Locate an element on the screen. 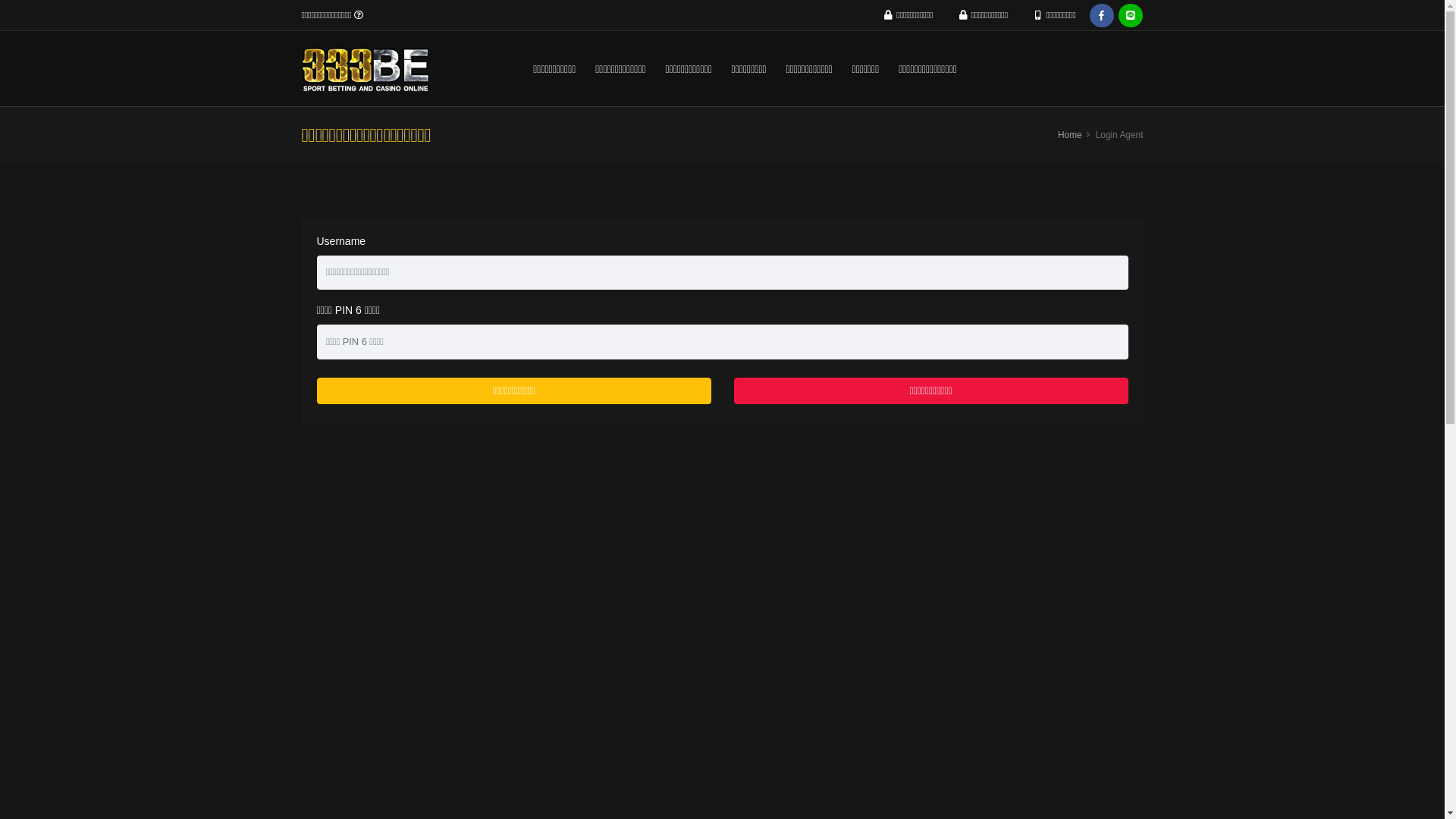  'Line' is located at coordinates (1131, 15).